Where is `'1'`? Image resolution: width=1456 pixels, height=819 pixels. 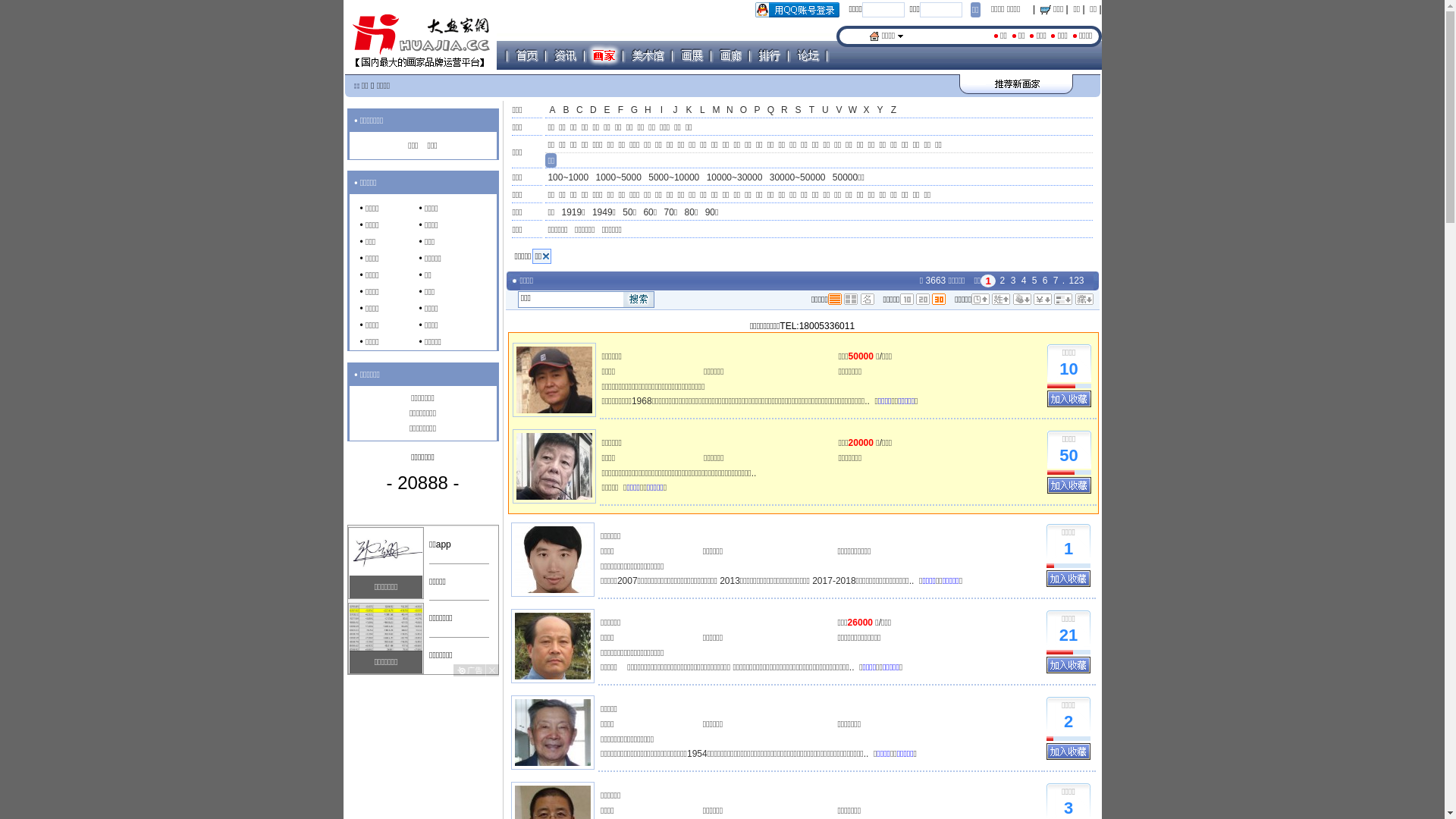 '1' is located at coordinates (1068, 549).